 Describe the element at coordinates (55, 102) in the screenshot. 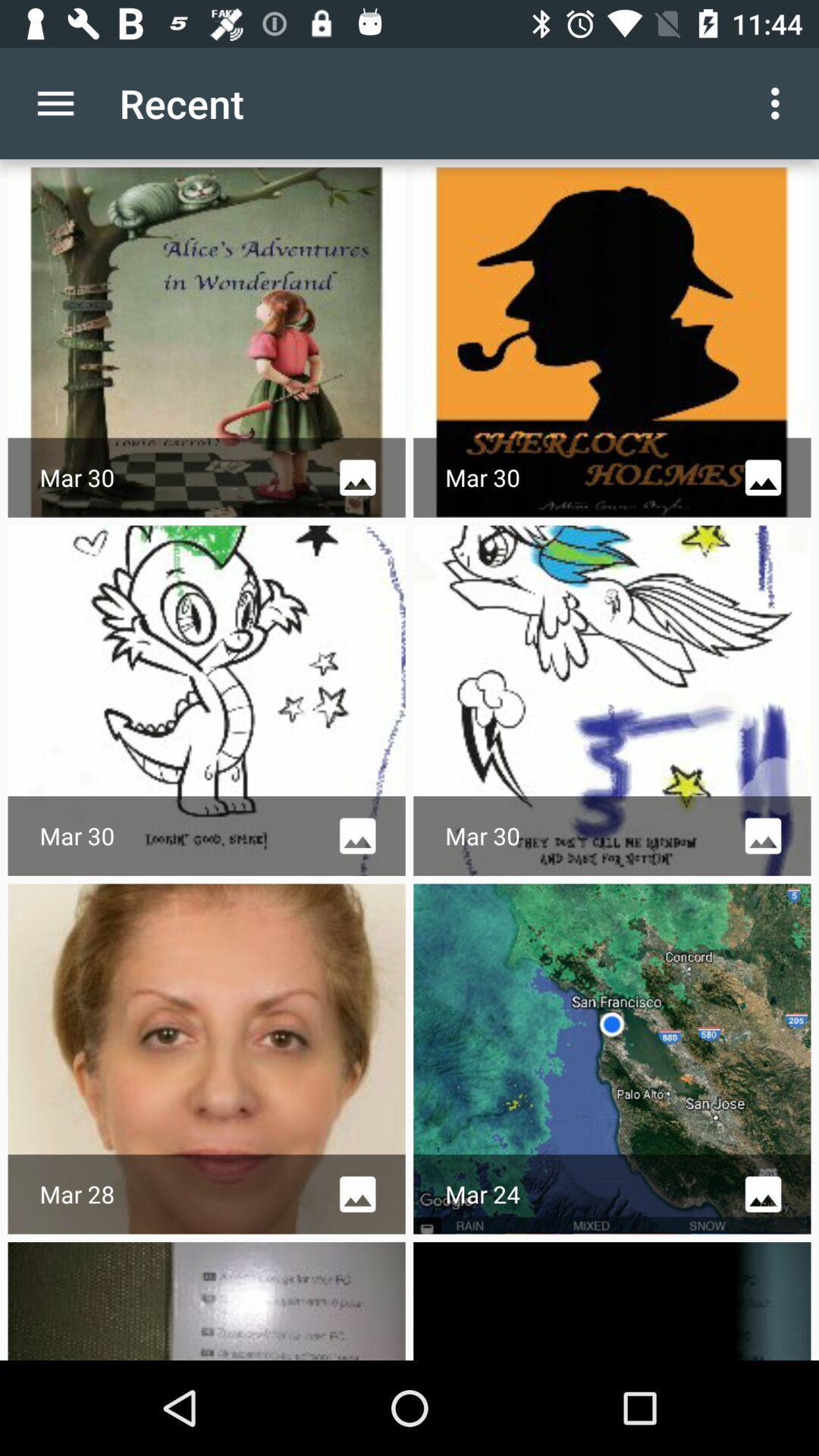

I see `icon next to recent app` at that location.